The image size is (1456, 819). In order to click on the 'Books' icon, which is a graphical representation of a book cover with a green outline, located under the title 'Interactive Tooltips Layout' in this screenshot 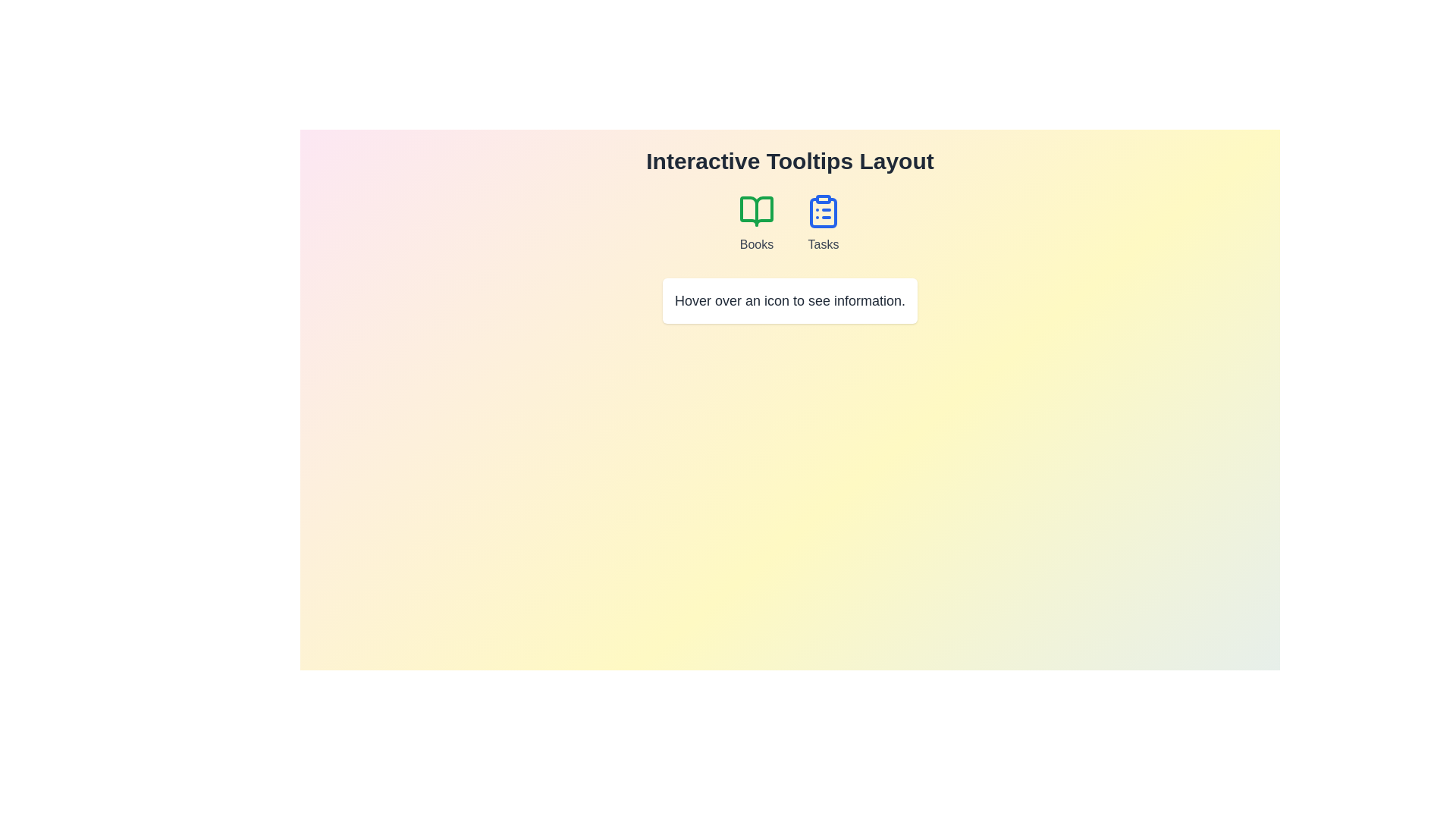, I will do `click(757, 211)`.